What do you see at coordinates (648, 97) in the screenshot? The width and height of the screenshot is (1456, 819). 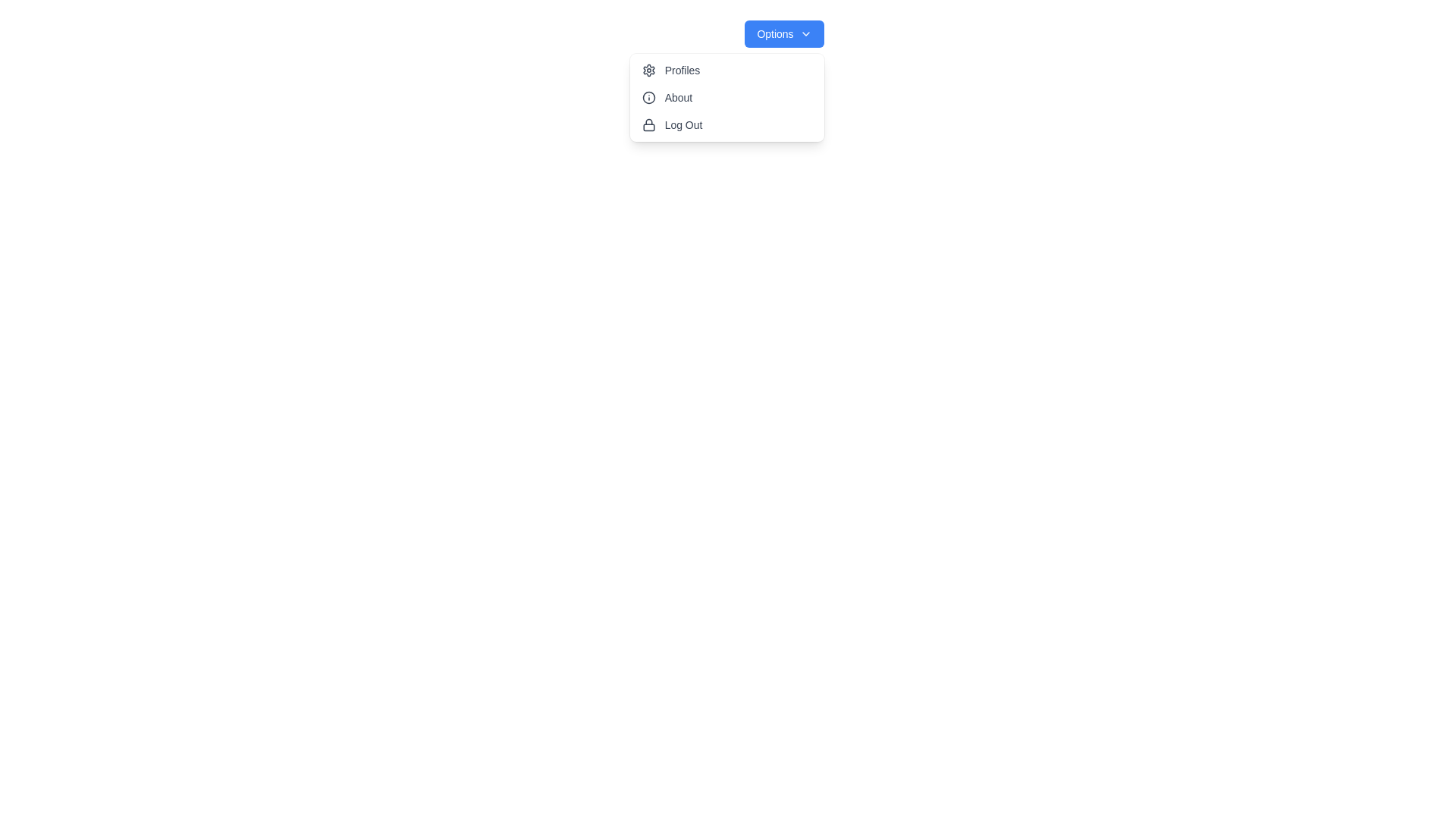 I see `the Decorative SVG Icon, which is a circular icon resembling an information symbol located within the 'About' item of the dropdown menu` at bounding box center [648, 97].